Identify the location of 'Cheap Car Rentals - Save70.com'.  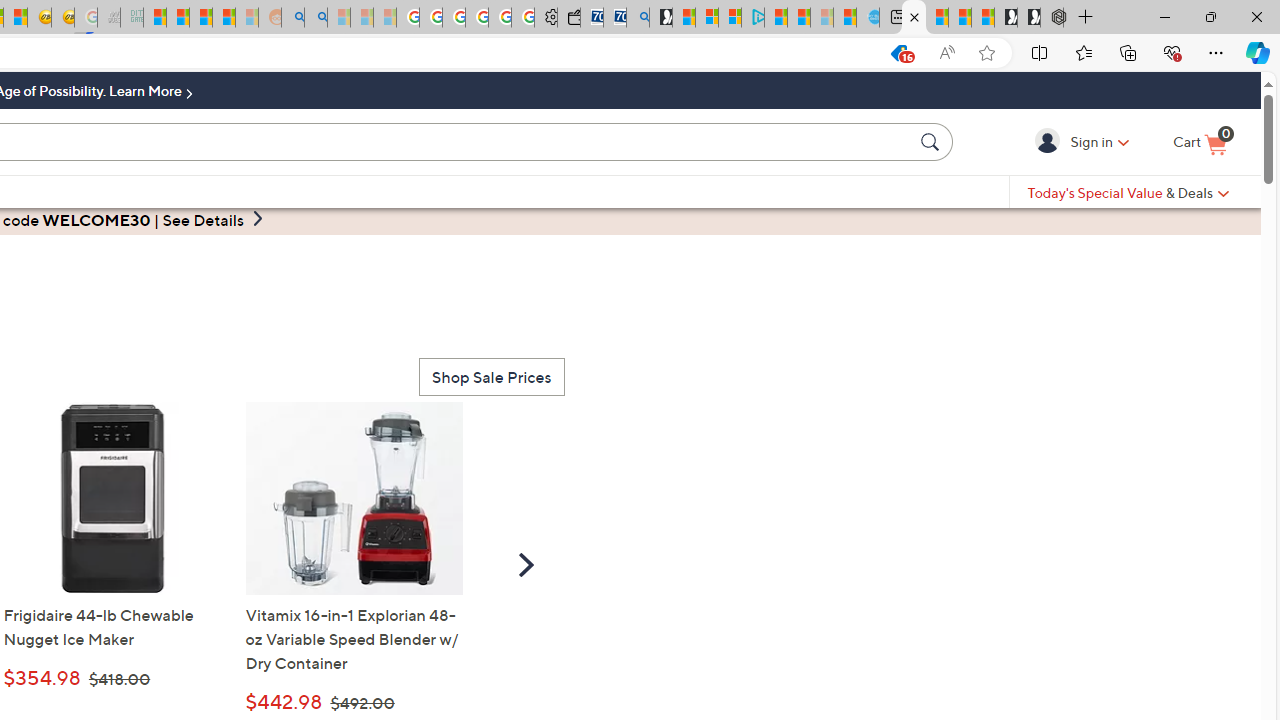
(614, 17).